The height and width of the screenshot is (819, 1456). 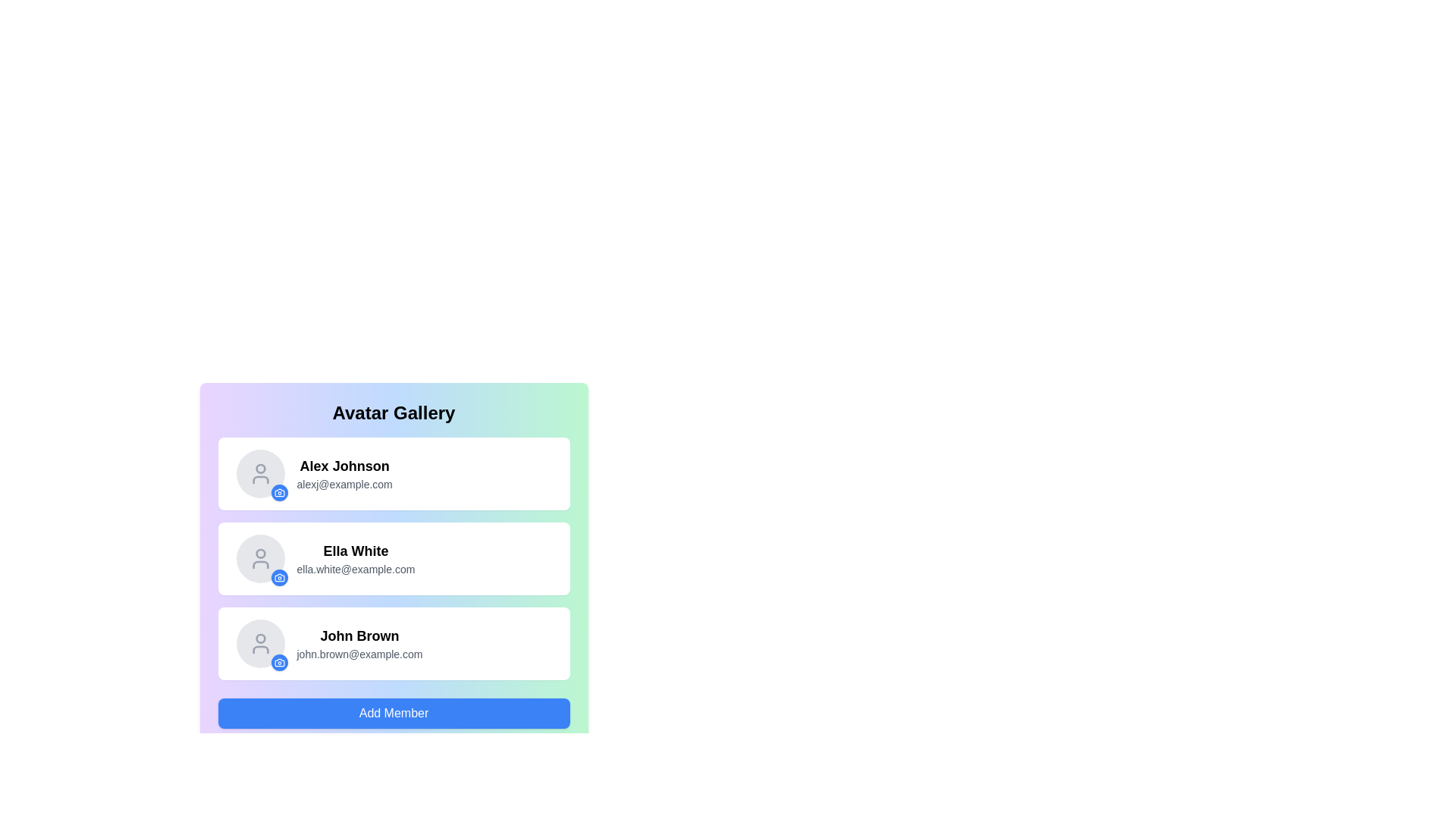 What do you see at coordinates (260, 643) in the screenshot?
I see `the user profile icon representing 'John Brown', which is a gray circular head and shoulders silhouette located in the third user section of the list` at bounding box center [260, 643].